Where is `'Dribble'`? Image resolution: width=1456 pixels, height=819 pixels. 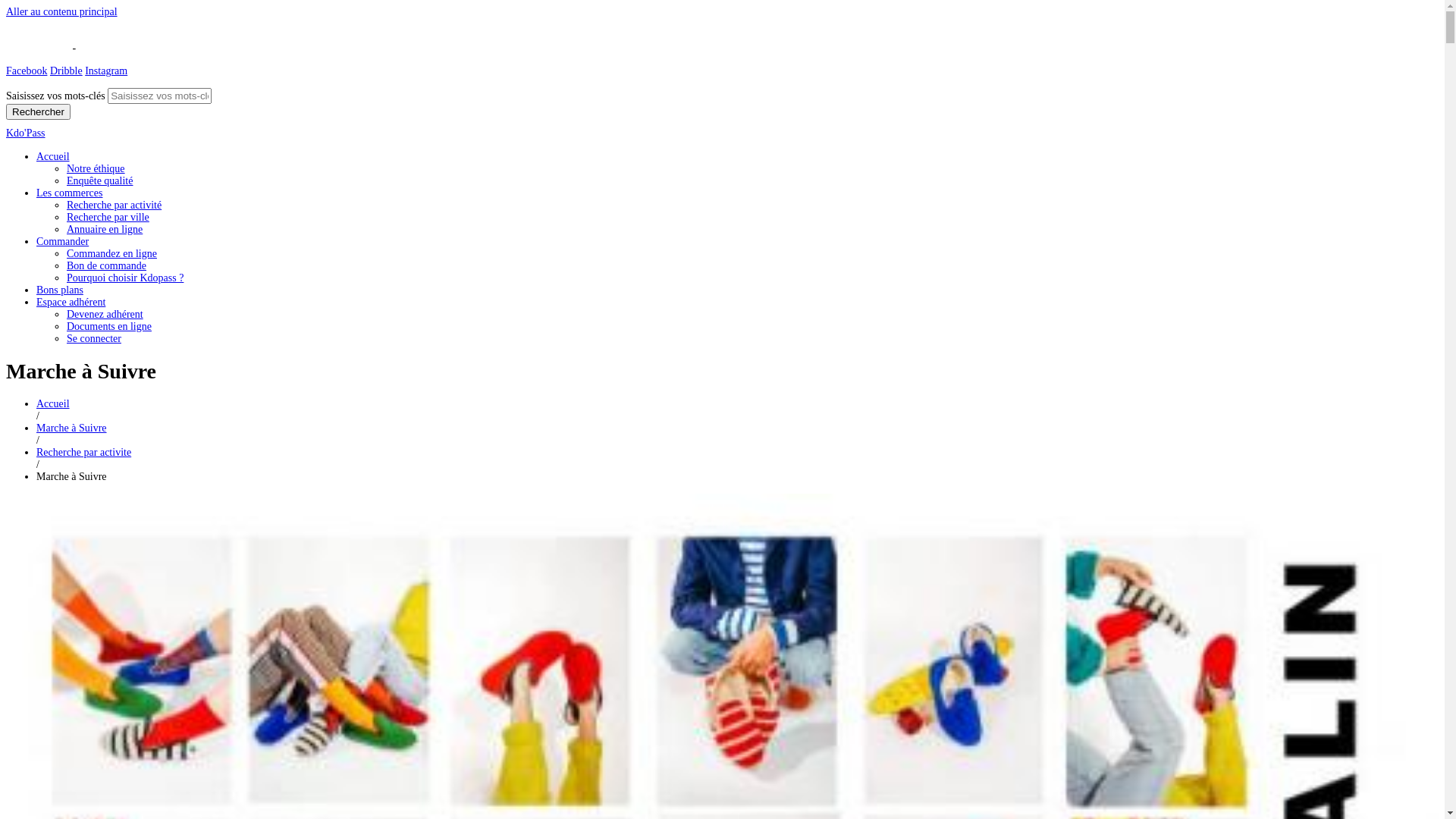 'Dribble' is located at coordinates (50, 71).